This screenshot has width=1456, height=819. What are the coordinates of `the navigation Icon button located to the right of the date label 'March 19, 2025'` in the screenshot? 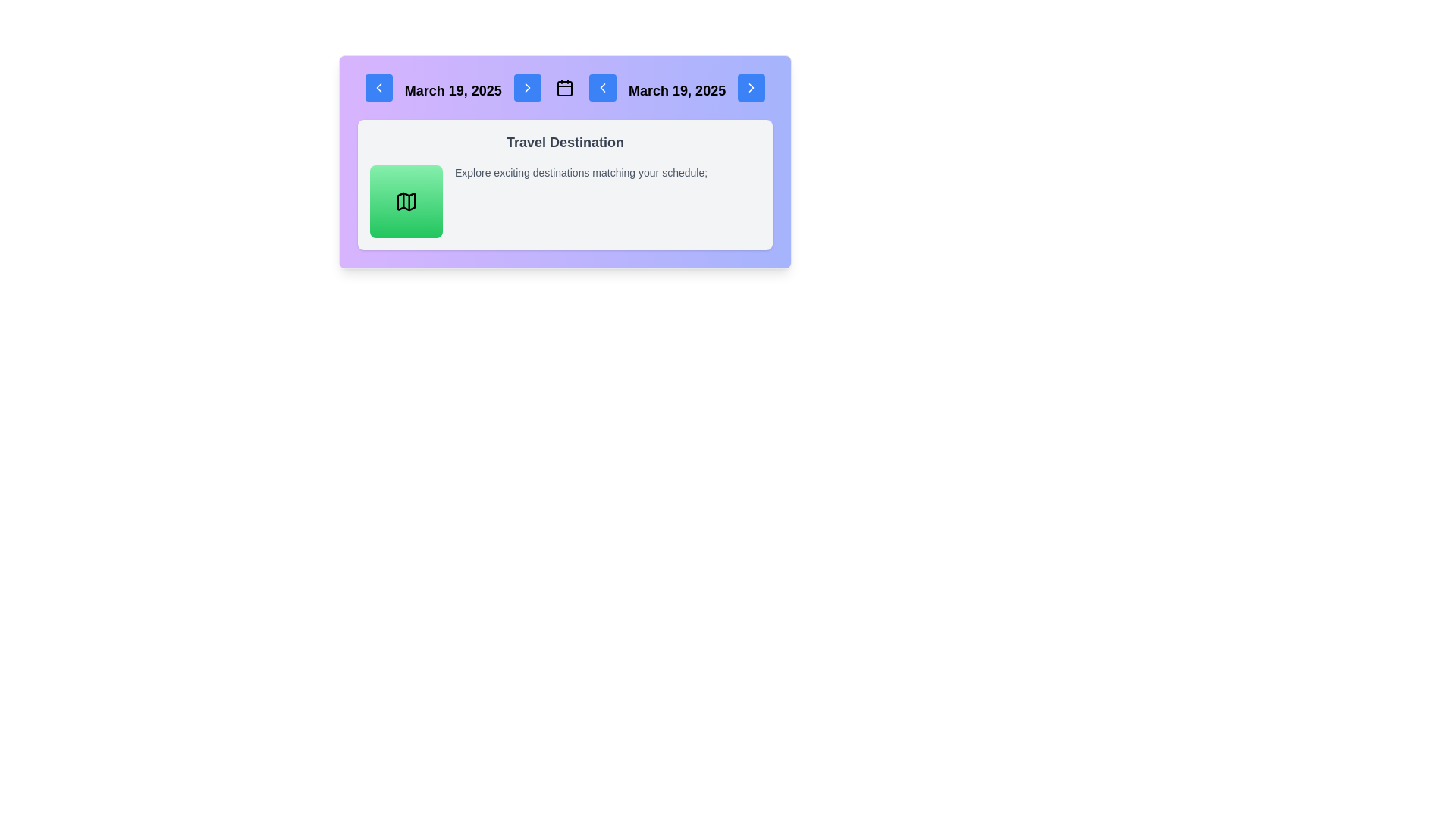 It's located at (527, 87).